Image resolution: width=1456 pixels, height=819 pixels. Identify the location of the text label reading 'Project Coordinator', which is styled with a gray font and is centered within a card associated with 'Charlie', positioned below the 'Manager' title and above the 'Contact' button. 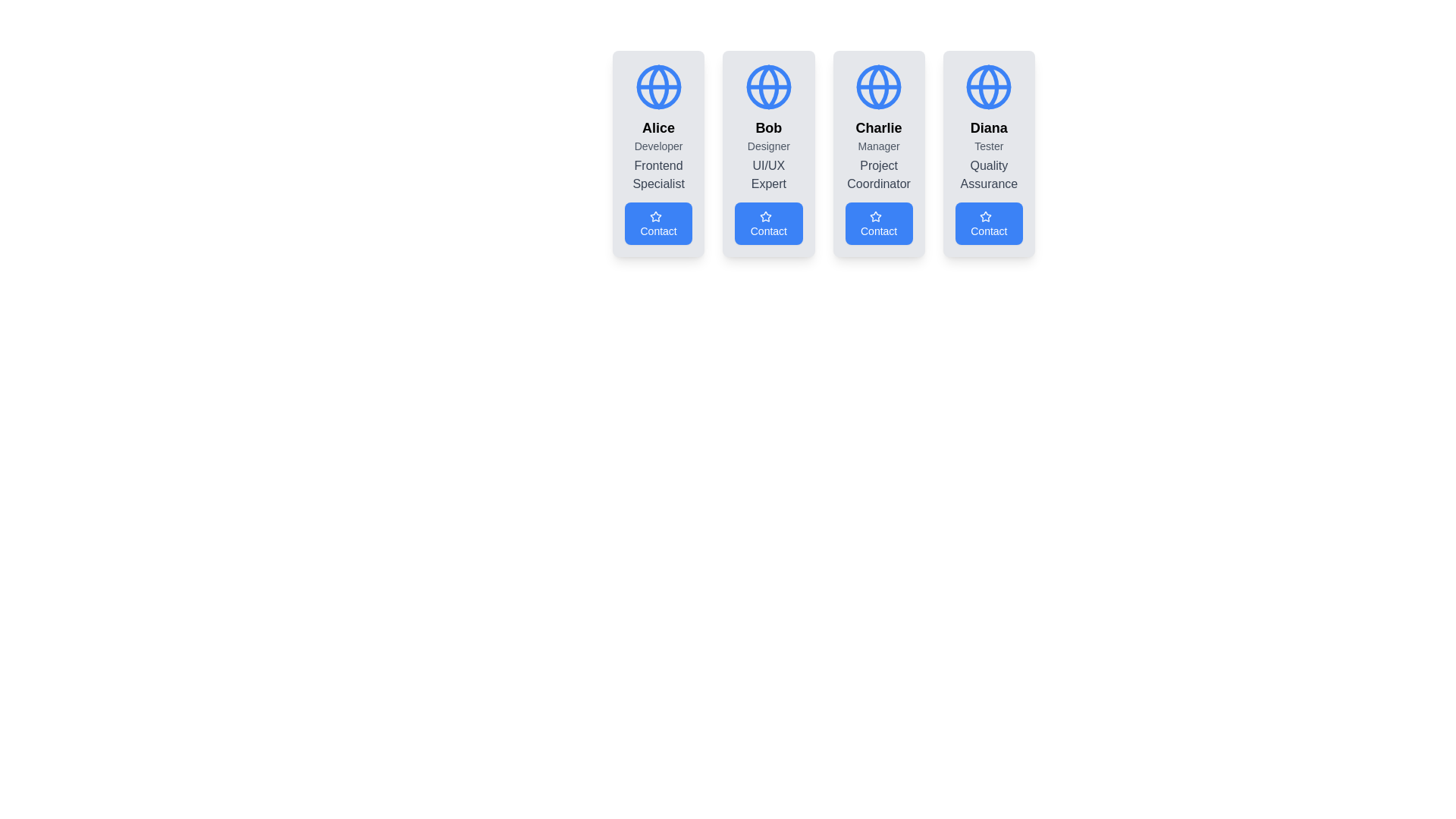
(879, 174).